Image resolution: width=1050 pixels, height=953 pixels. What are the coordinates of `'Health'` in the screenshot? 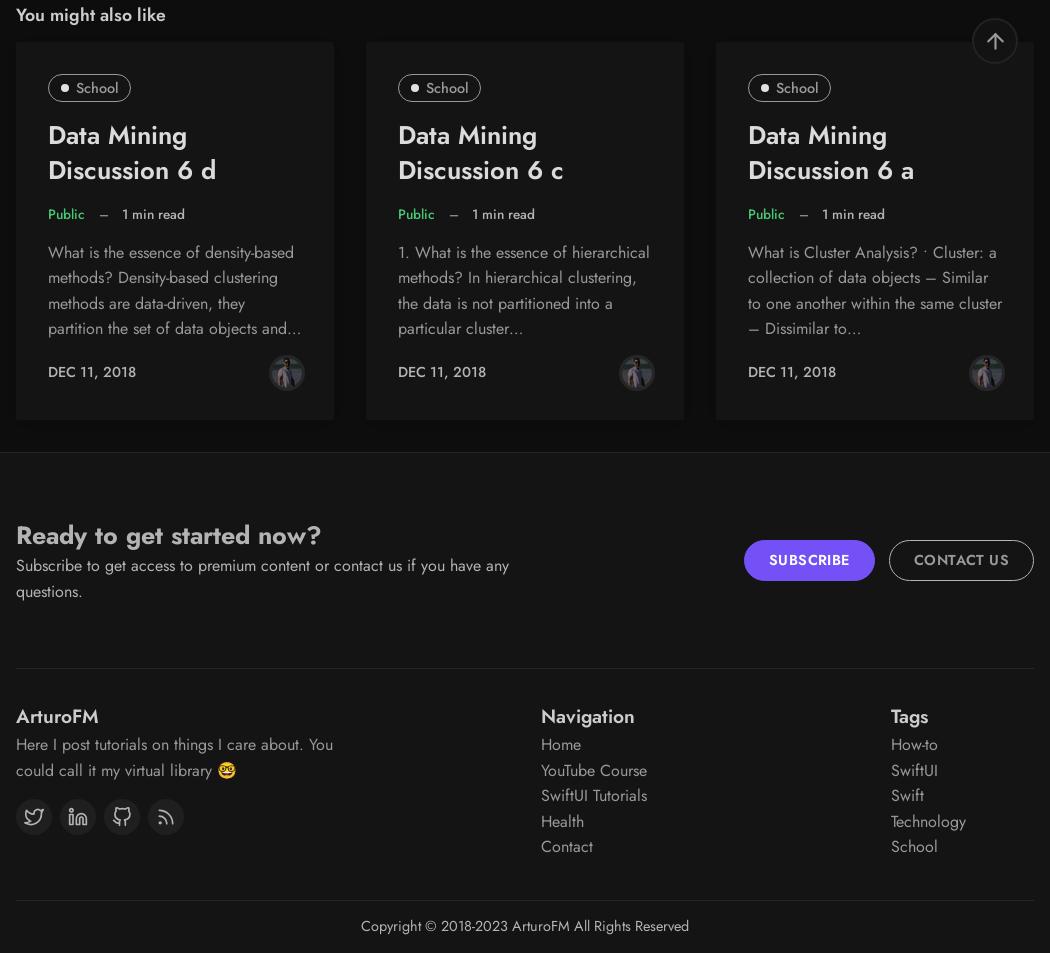 It's located at (540, 820).